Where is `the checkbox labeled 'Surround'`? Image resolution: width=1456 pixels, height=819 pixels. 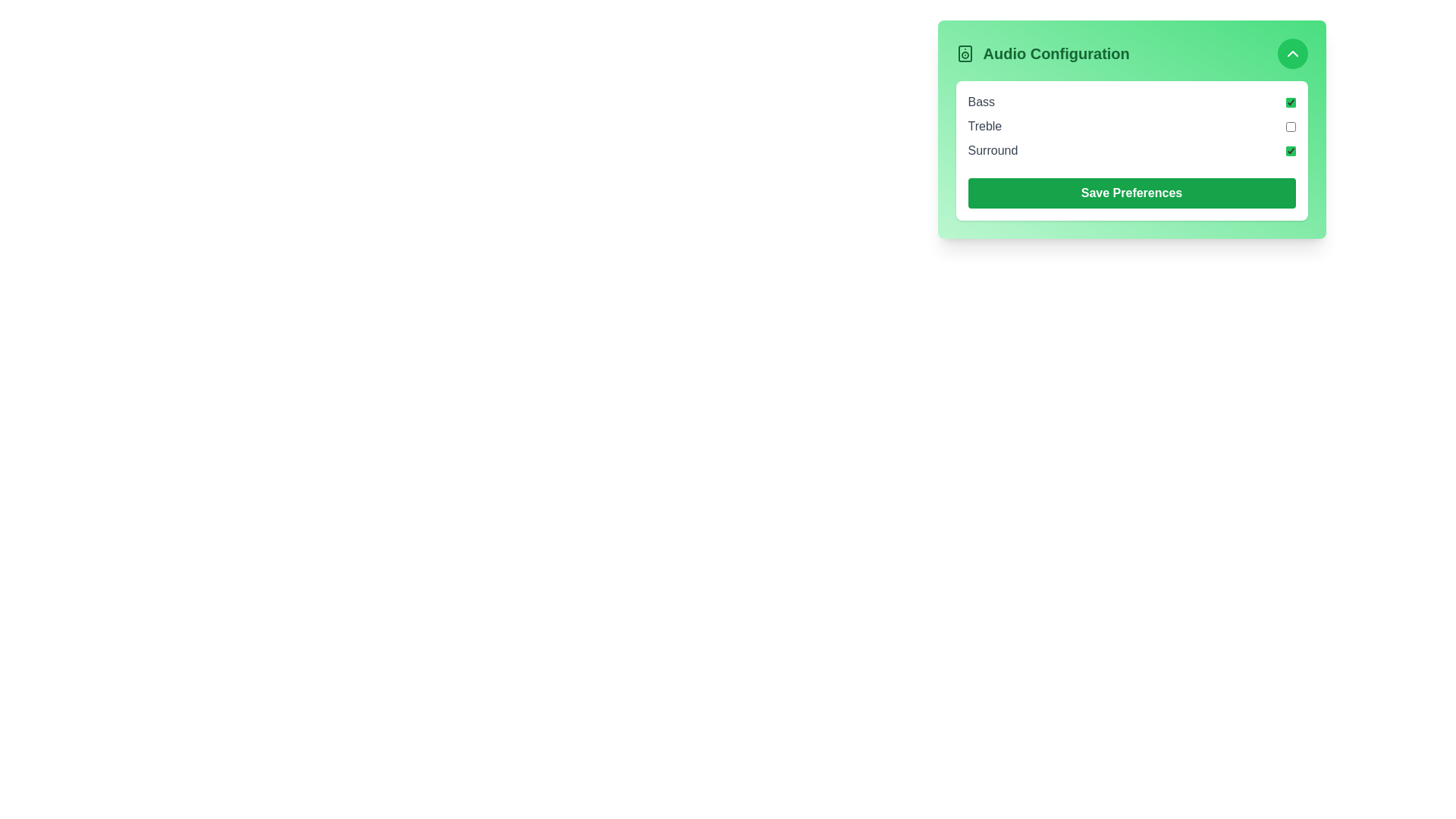
the checkbox labeled 'Surround' is located at coordinates (1131, 151).